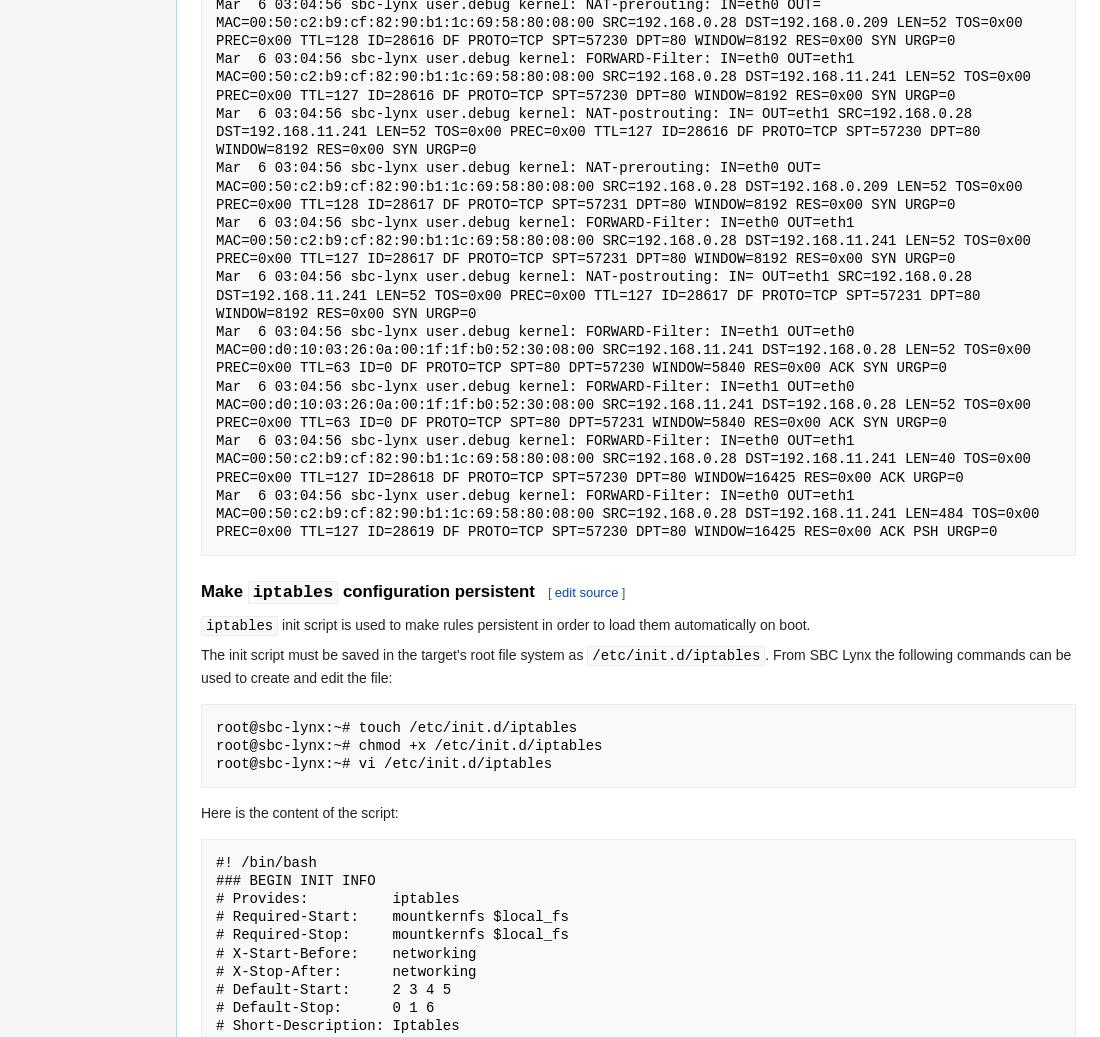 The image size is (1100, 1037). I want to click on '. From SBC Lynx the following commands can be used to create and edit the file:', so click(636, 665).